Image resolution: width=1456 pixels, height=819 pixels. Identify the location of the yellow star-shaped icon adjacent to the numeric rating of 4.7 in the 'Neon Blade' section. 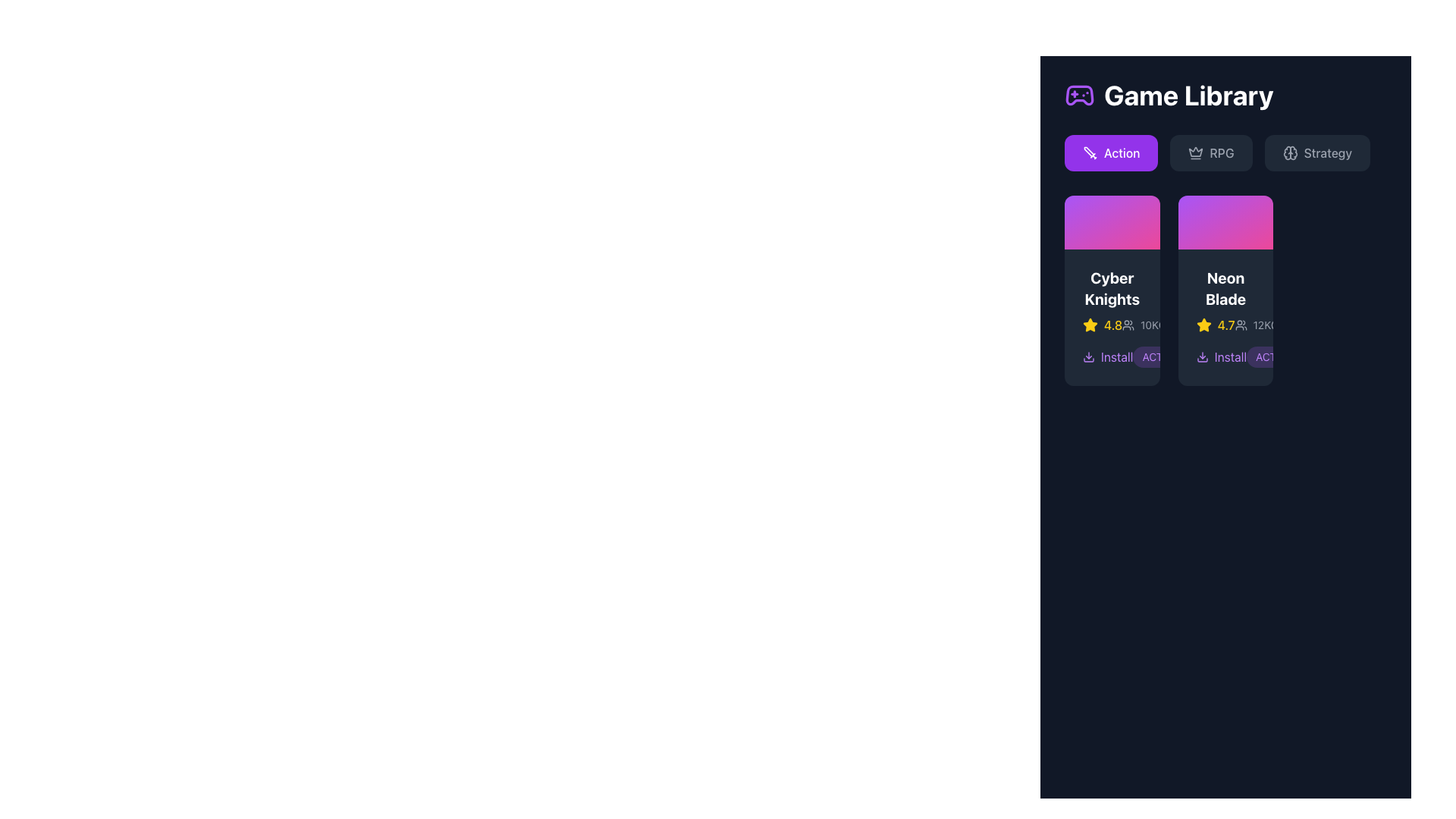
(1203, 324).